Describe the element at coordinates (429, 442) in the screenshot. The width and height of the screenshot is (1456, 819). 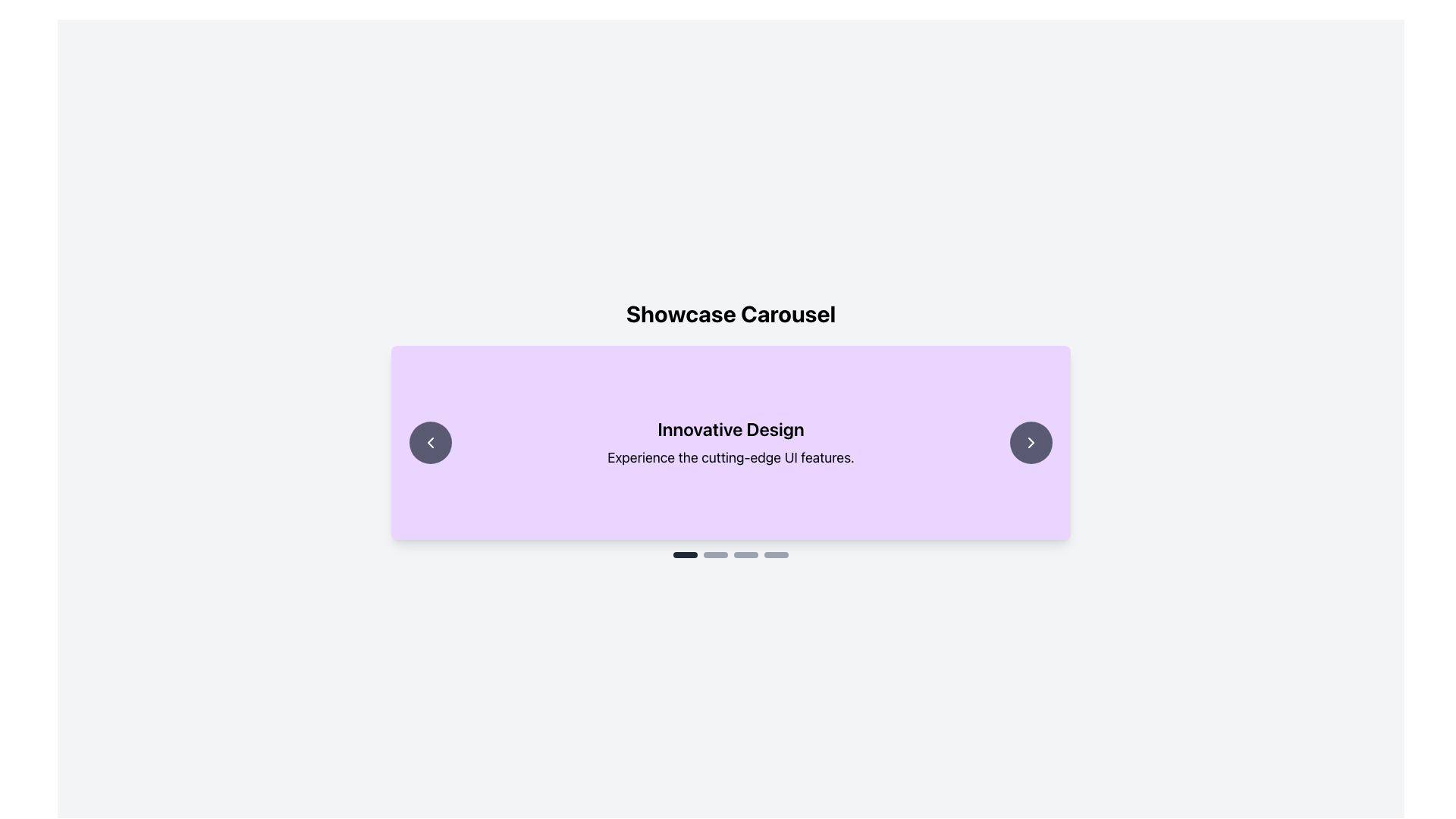
I see `the left arrow icon on the circular button` at that location.